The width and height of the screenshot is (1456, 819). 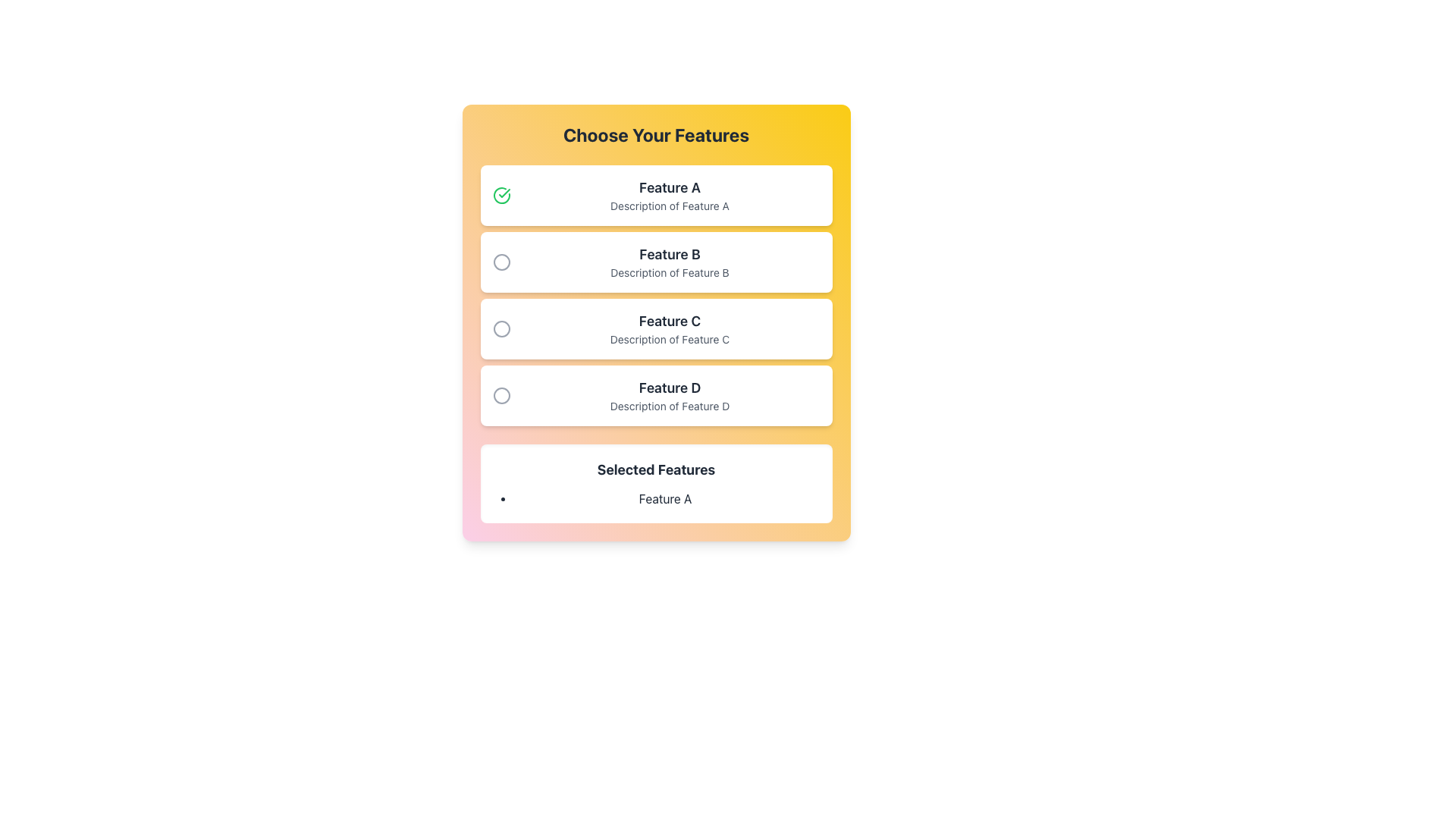 I want to click on the Text Label that describes the feature selection option located in the center of the list labeled 'Choose Your Features', specifically the second item below 'Feature A', so click(x=669, y=253).